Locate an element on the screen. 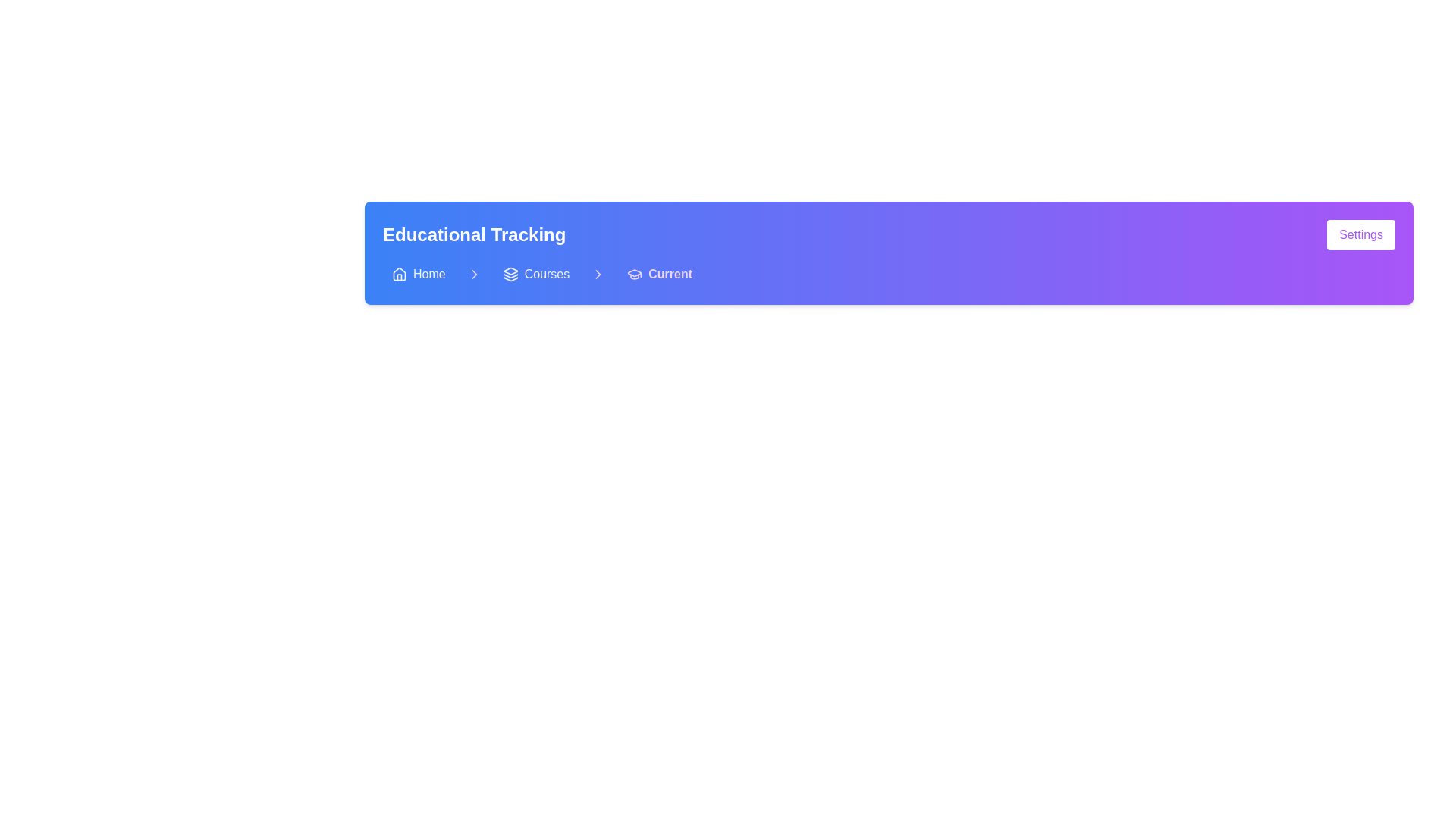 The height and width of the screenshot is (819, 1456). the right-facing chevron arrow element that separates the 'Courses' and 'Current' labels in the breadcrumb navigation bar is located at coordinates (598, 275).